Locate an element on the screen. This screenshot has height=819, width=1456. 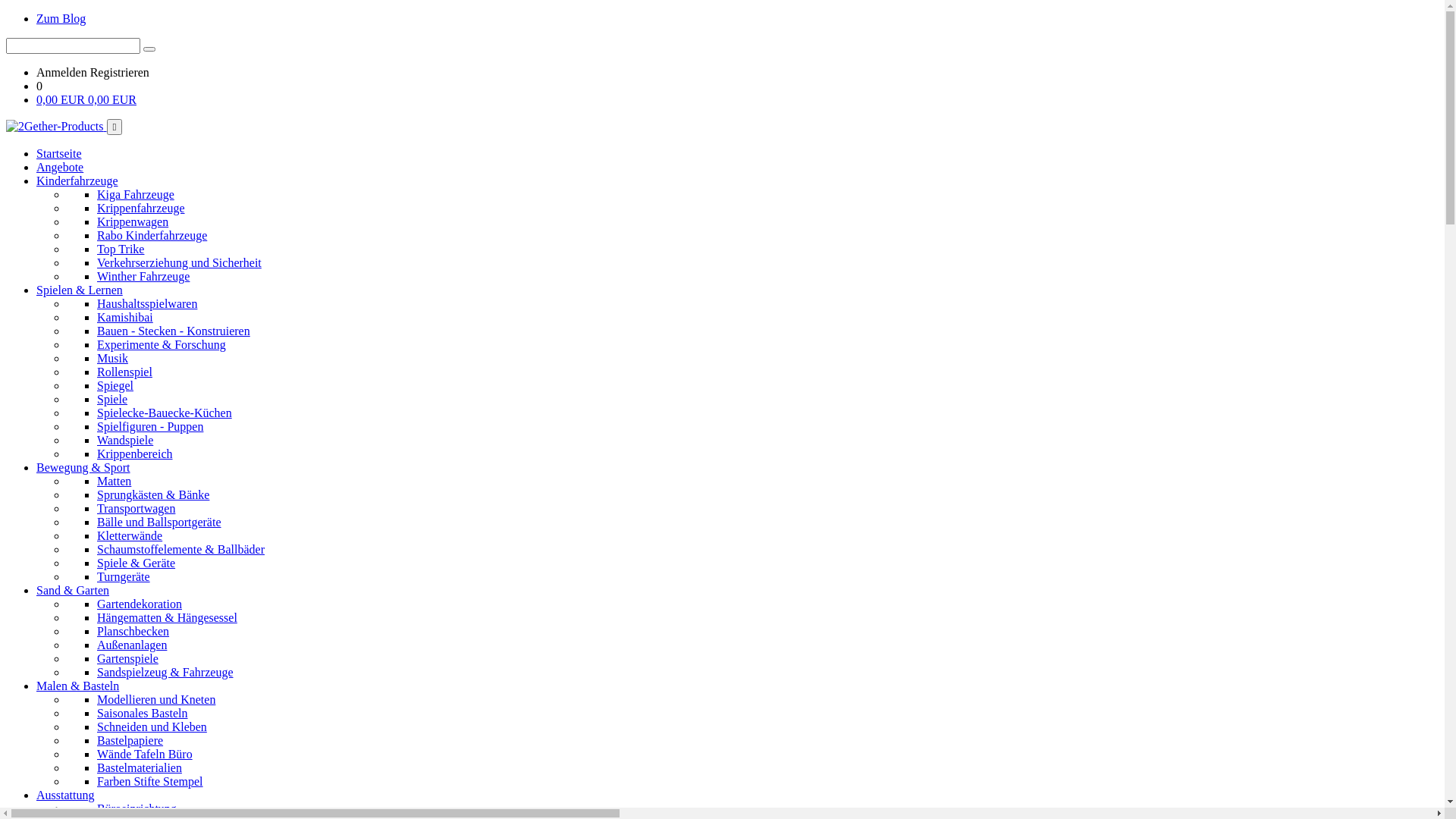
'Registrieren' is located at coordinates (89, 72).